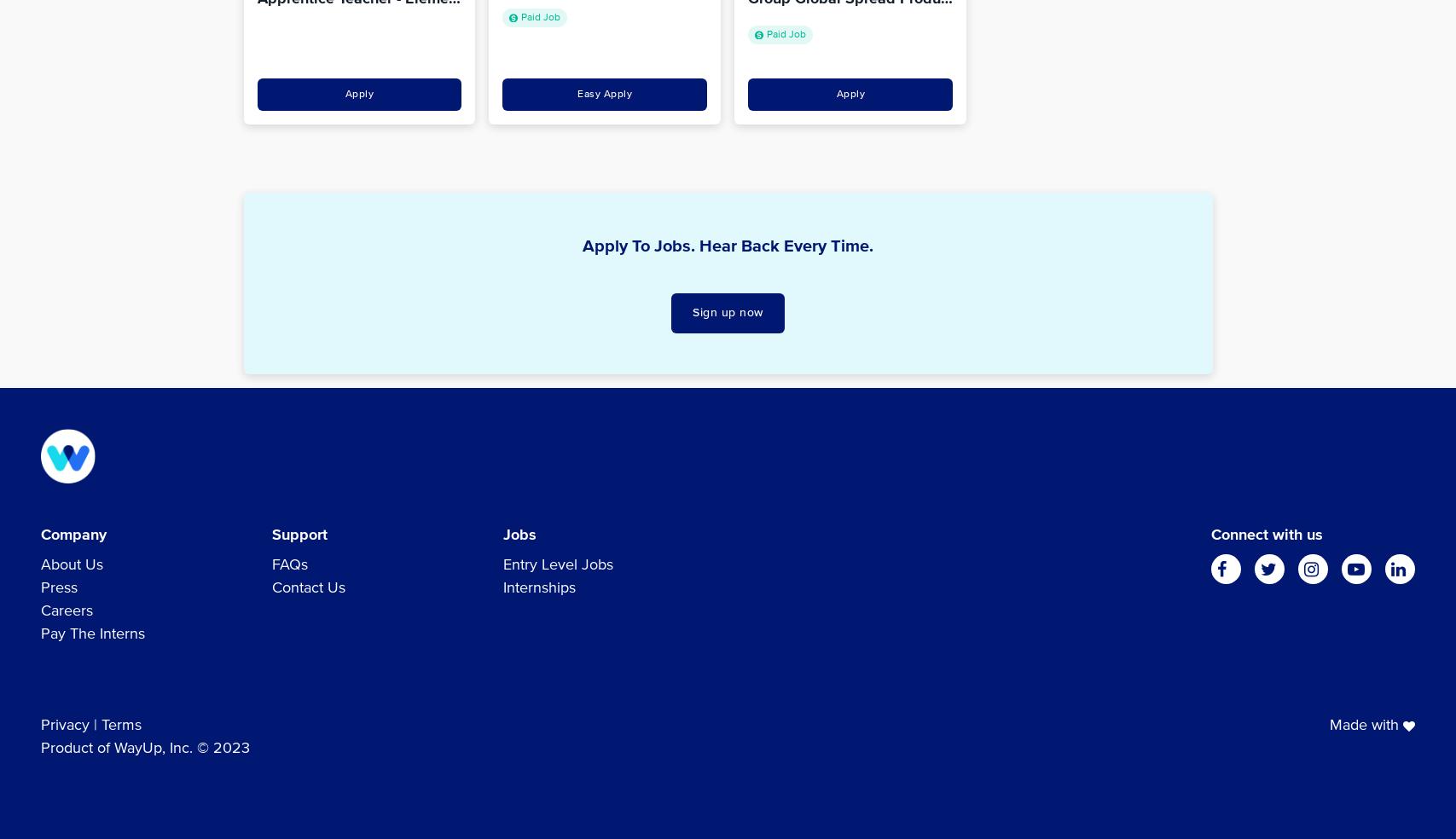 Image resolution: width=1456 pixels, height=839 pixels. I want to click on 'Connect with us', so click(1209, 535).